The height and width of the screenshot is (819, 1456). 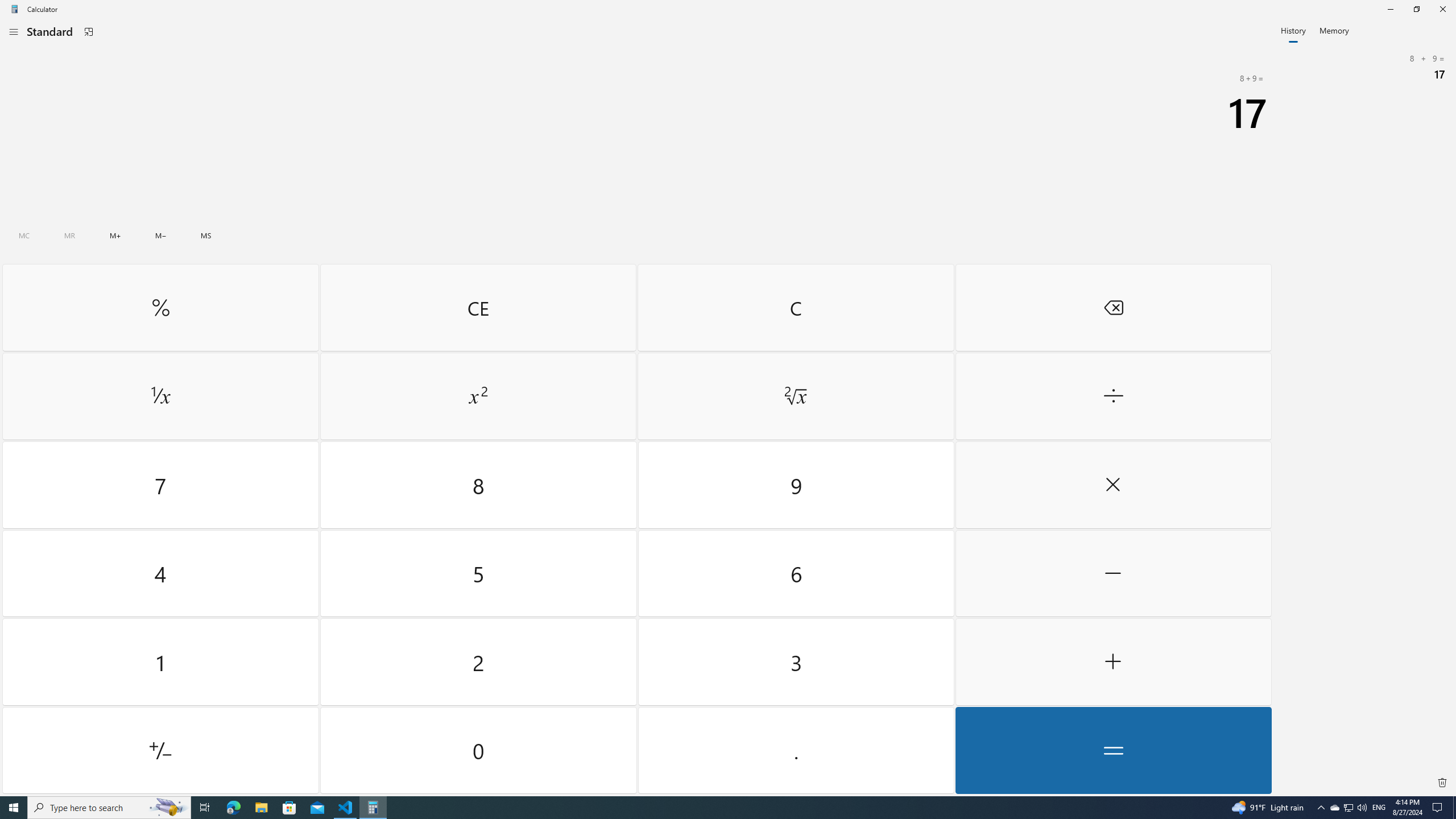 What do you see at coordinates (167, 806) in the screenshot?
I see `'Search highlights icon opens search home window'` at bounding box center [167, 806].